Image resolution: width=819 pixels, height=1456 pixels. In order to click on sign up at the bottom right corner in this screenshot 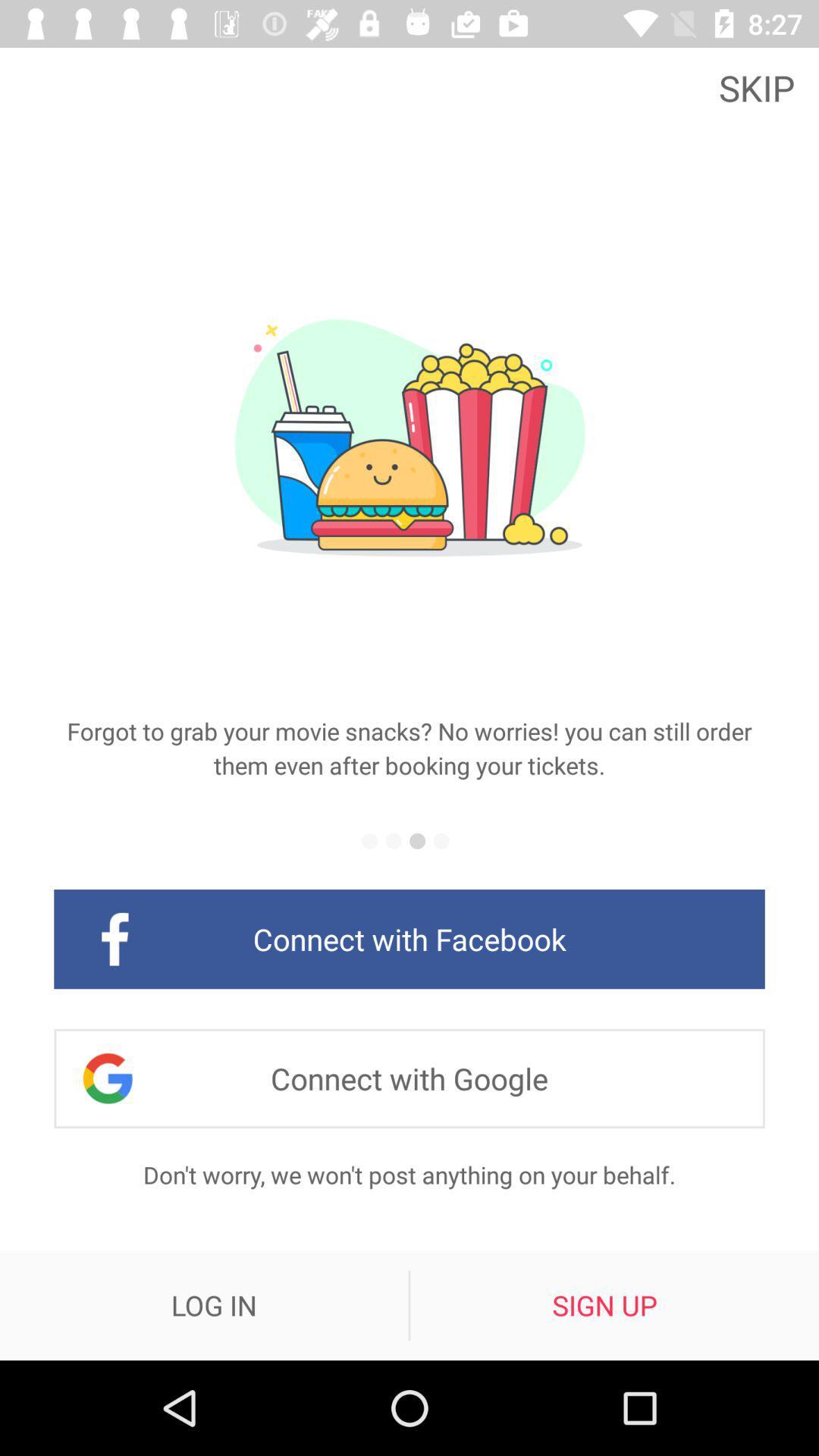, I will do `click(604, 1304)`.